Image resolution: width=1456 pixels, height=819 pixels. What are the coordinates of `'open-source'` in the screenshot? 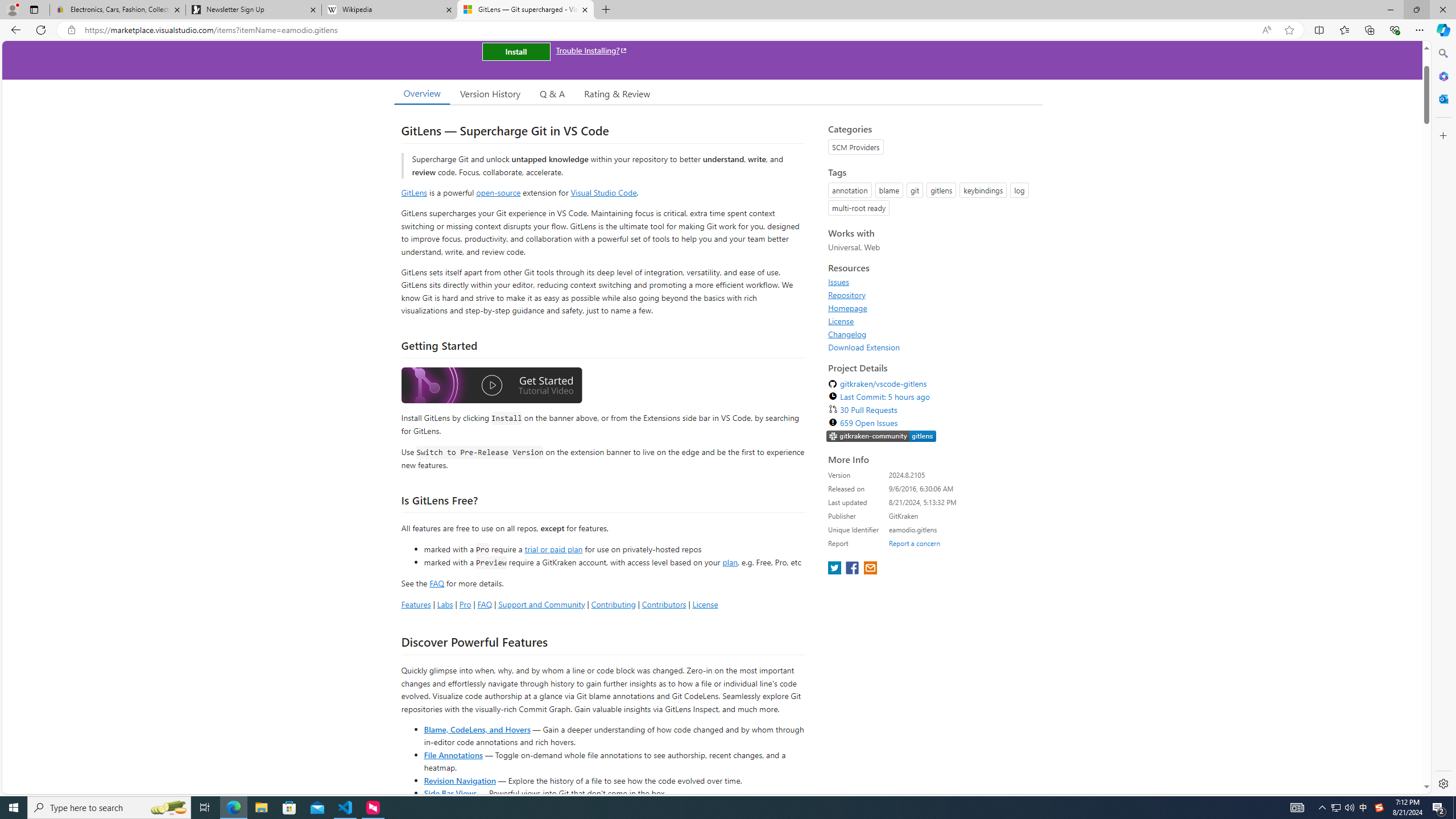 It's located at (498, 192).